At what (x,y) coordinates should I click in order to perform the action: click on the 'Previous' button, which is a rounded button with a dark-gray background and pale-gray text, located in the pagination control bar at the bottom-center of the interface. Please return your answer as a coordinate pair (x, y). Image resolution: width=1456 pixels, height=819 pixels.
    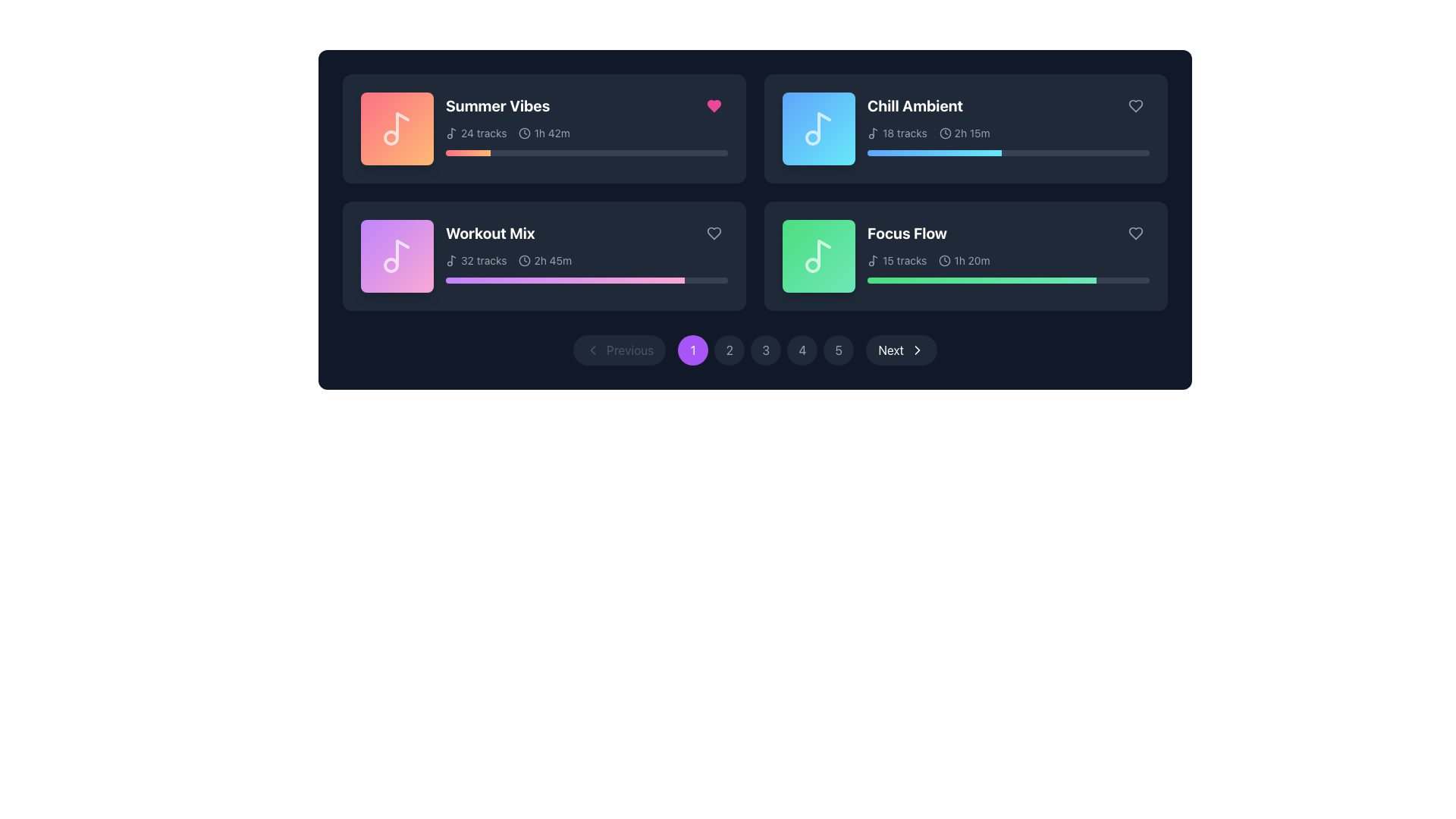
    Looking at the image, I should click on (620, 350).